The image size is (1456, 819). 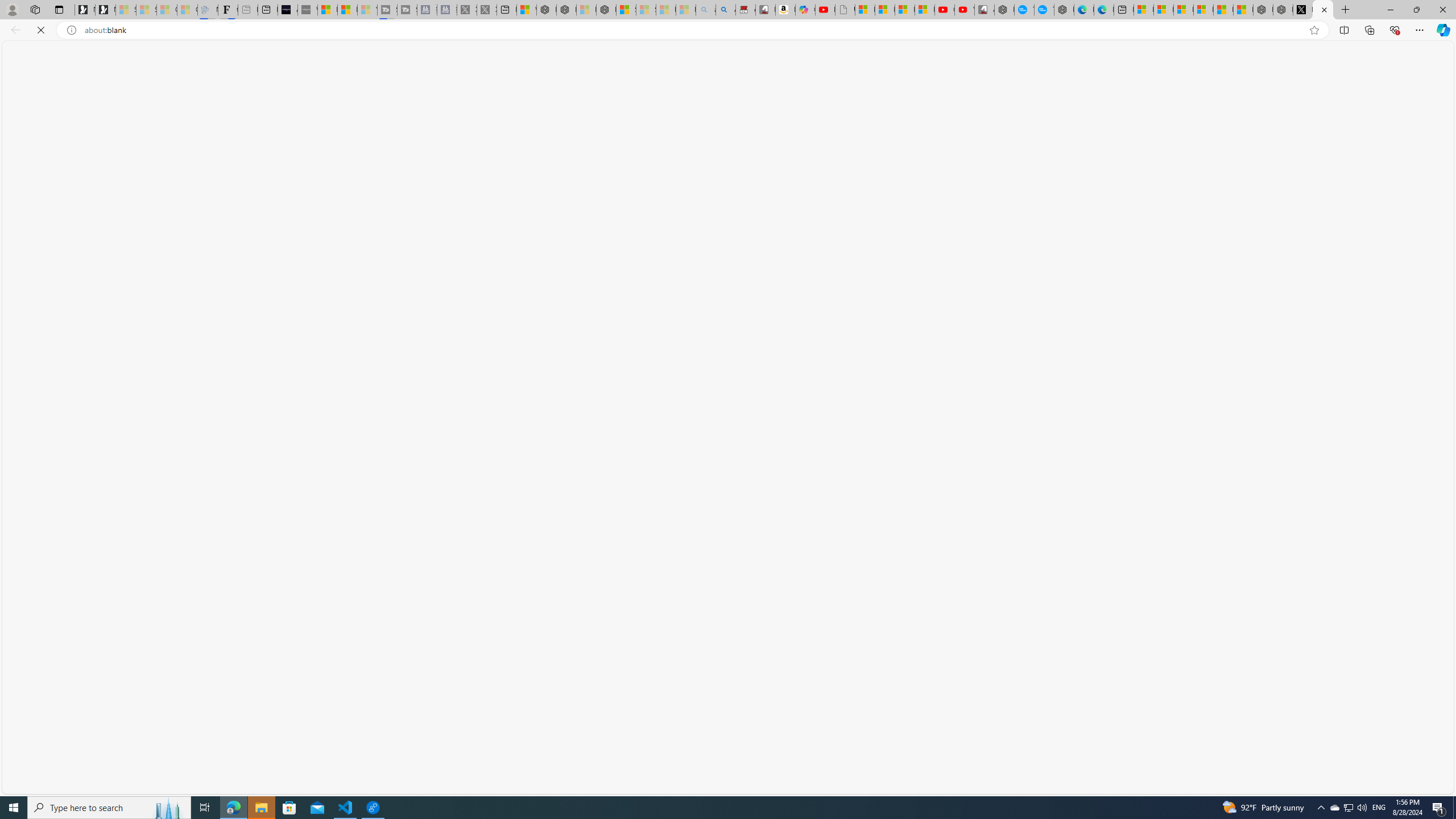 I want to click on 'Nordace - Nordace has arrived Hong Kong', so click(x=1064, y=9).